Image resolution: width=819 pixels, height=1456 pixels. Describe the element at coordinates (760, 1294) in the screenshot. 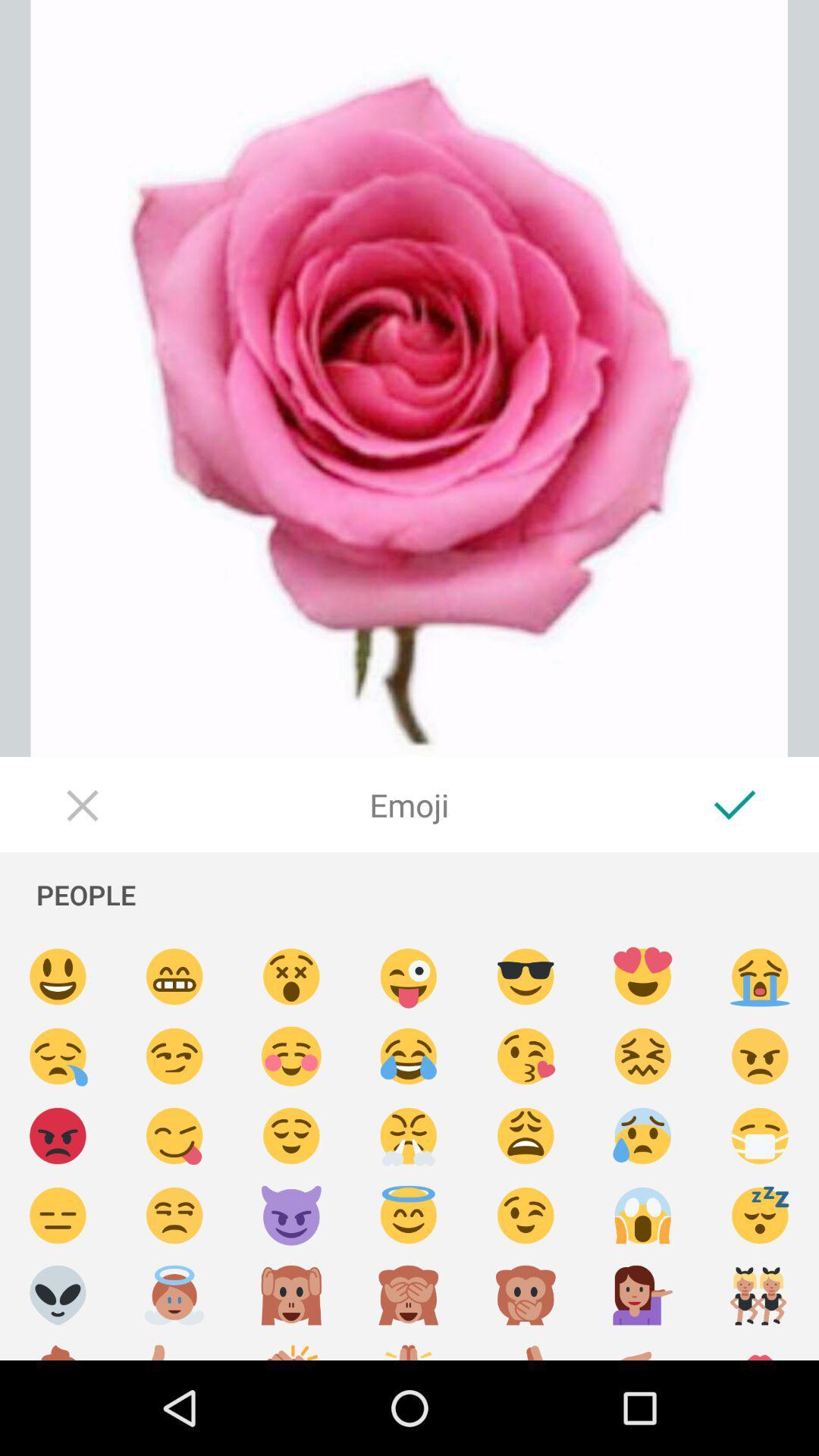

I see `two girls emoji` at that location.